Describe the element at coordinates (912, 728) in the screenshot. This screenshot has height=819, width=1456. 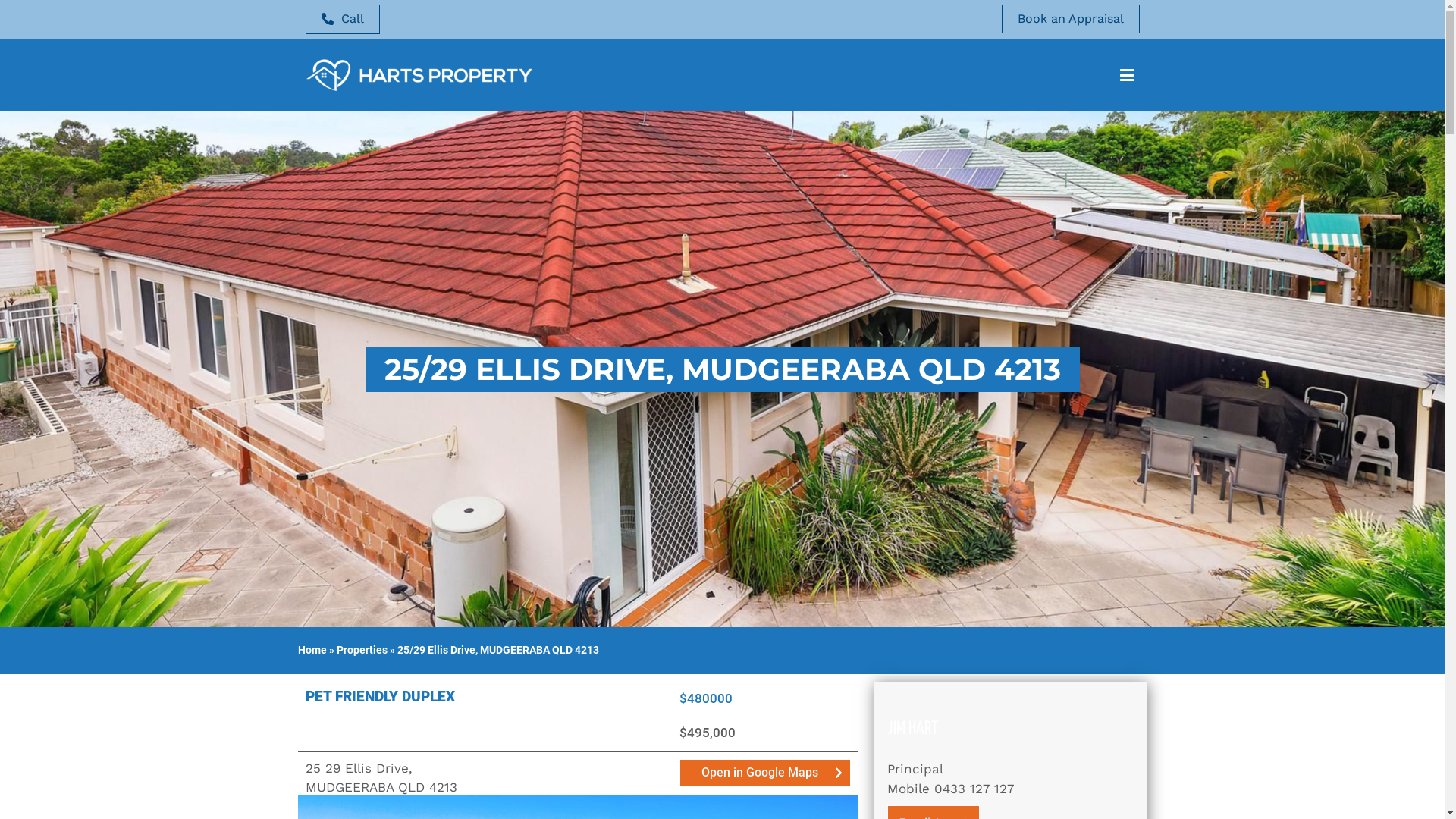
I see `'JIM HART'` at that location.